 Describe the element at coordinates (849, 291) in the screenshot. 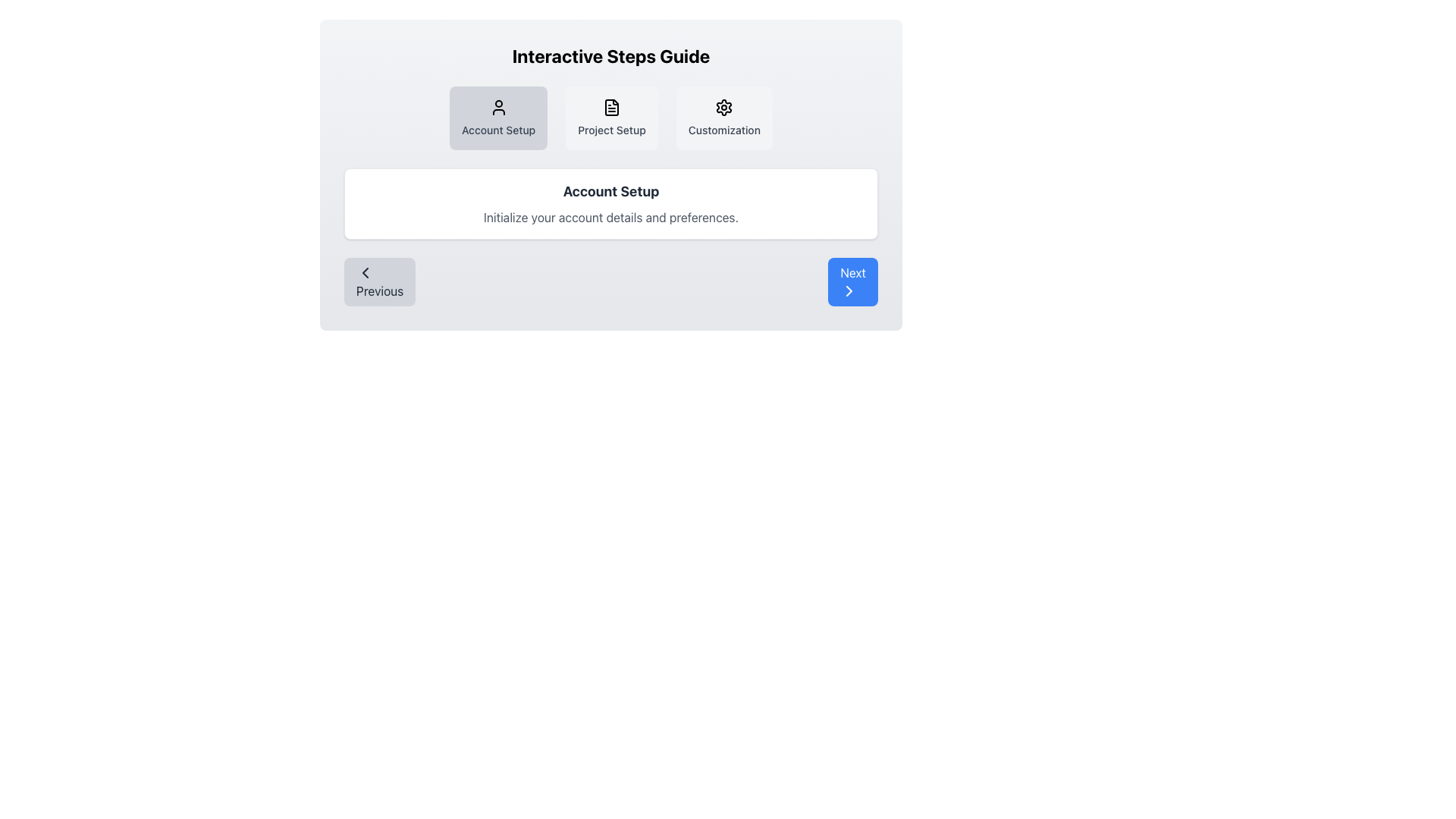

I see `the chevron icon inside the blue rectangular 'Next' button located at the bottom-right of the interface` at that location.